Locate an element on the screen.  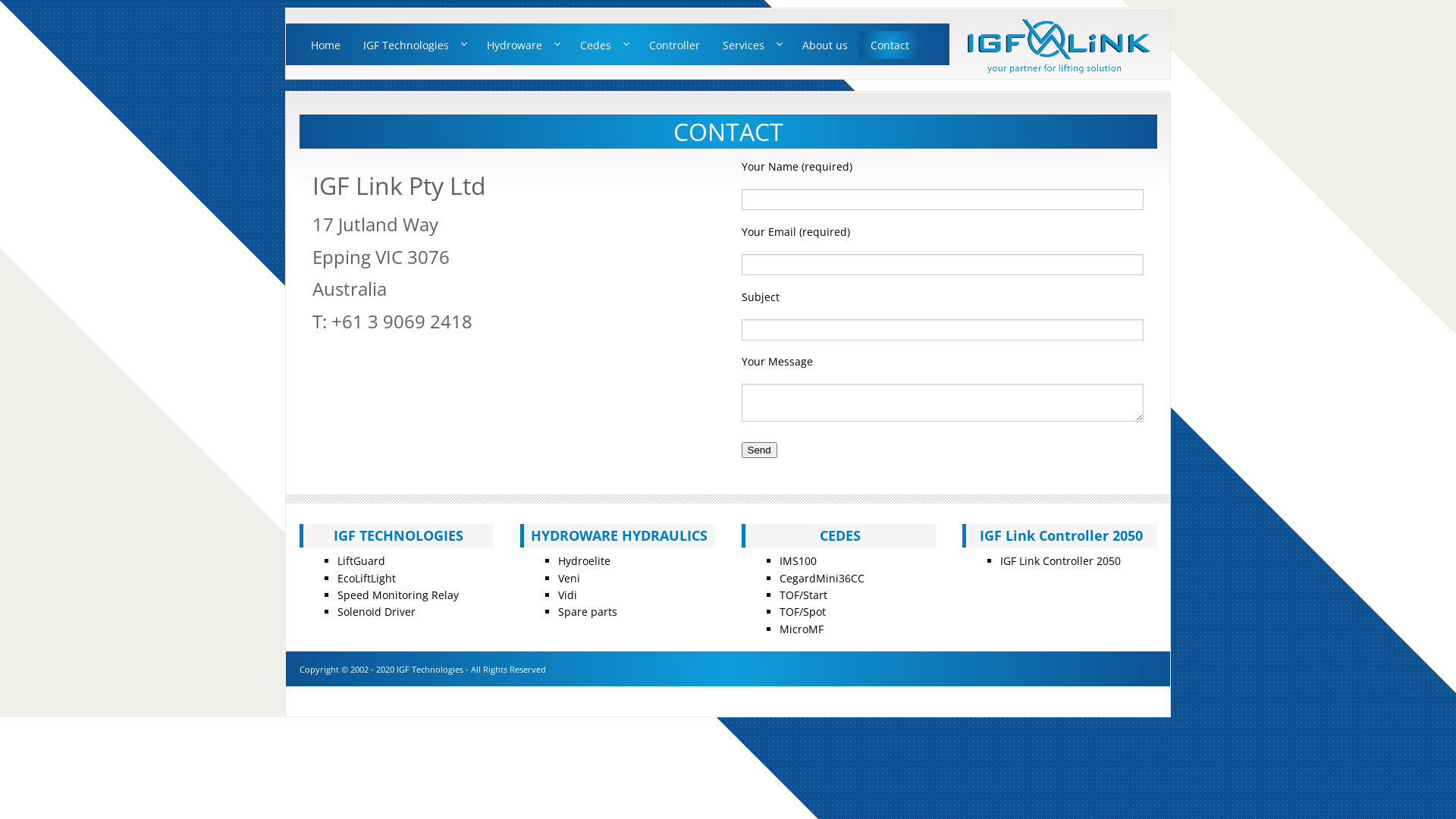
'Hydroware' is located at coordinates (521, 44).